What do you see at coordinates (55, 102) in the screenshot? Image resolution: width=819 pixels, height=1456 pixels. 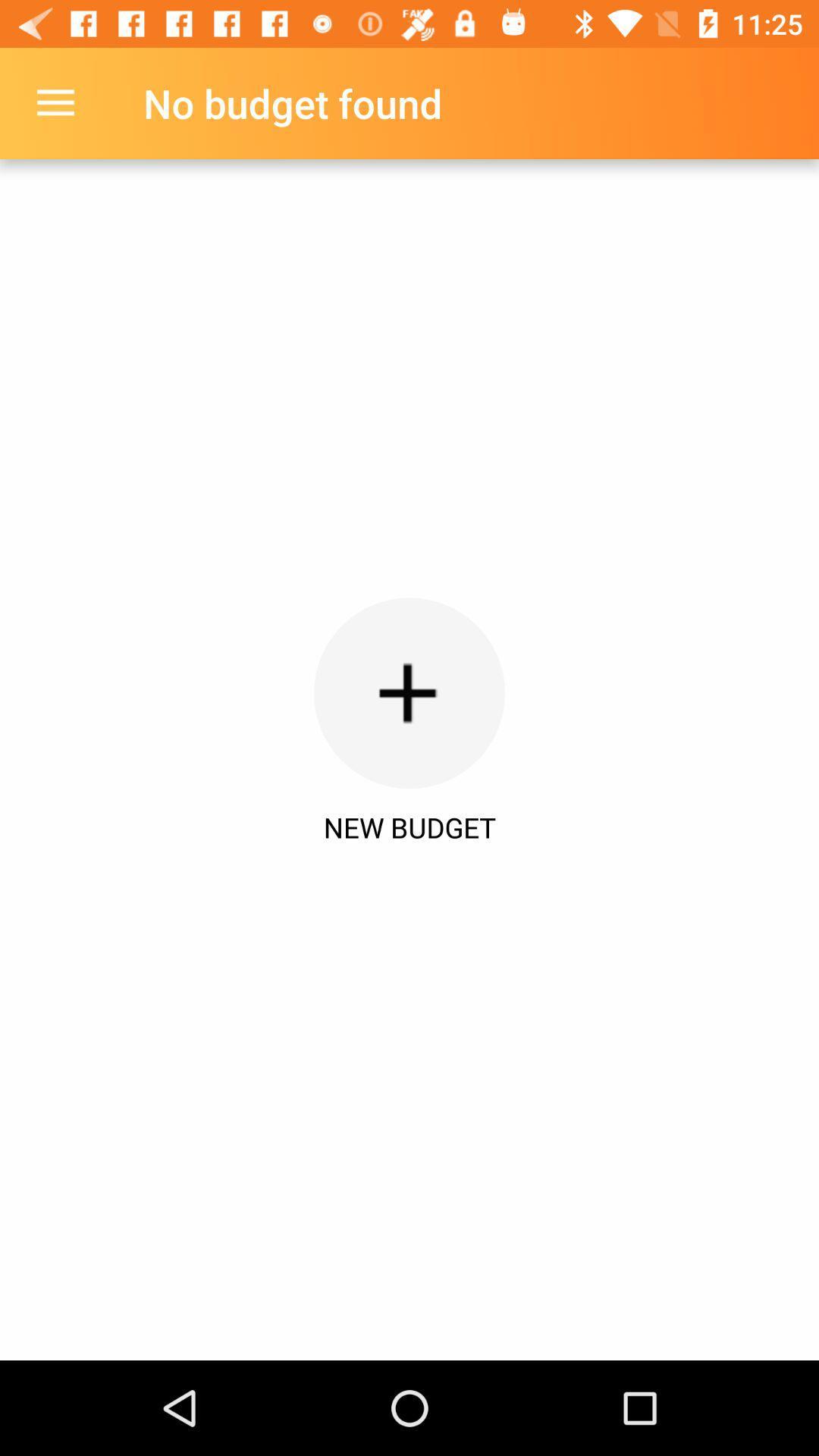 I see `icon to the left of no budget found icon` at bounding box center [55, 102].